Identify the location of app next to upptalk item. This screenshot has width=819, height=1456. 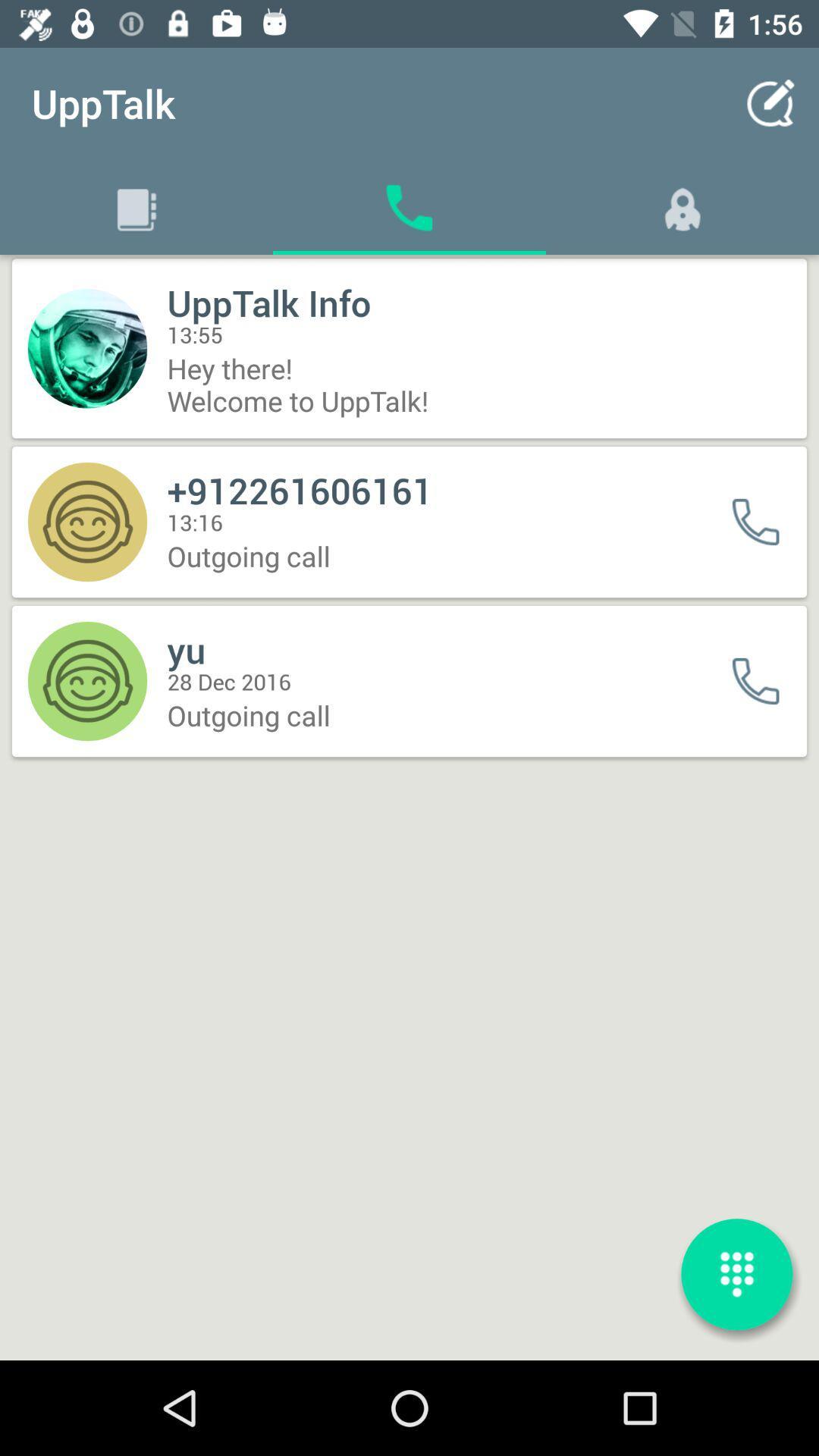
(771, 102).